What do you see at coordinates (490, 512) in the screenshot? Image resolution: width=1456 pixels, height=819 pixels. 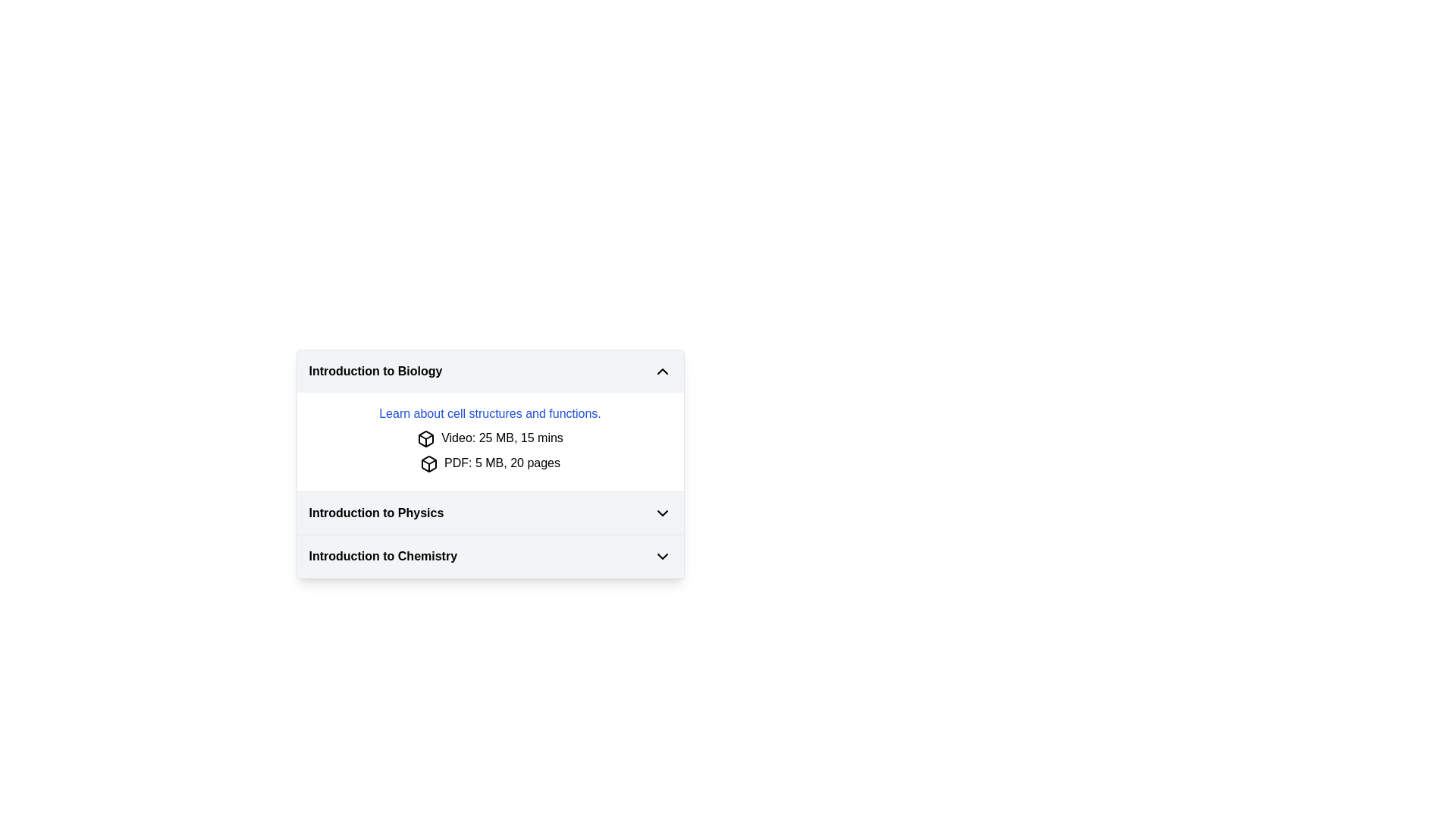 I see `the 'Introduction to Physics' expandable list item` at bounding box center [490, 512].